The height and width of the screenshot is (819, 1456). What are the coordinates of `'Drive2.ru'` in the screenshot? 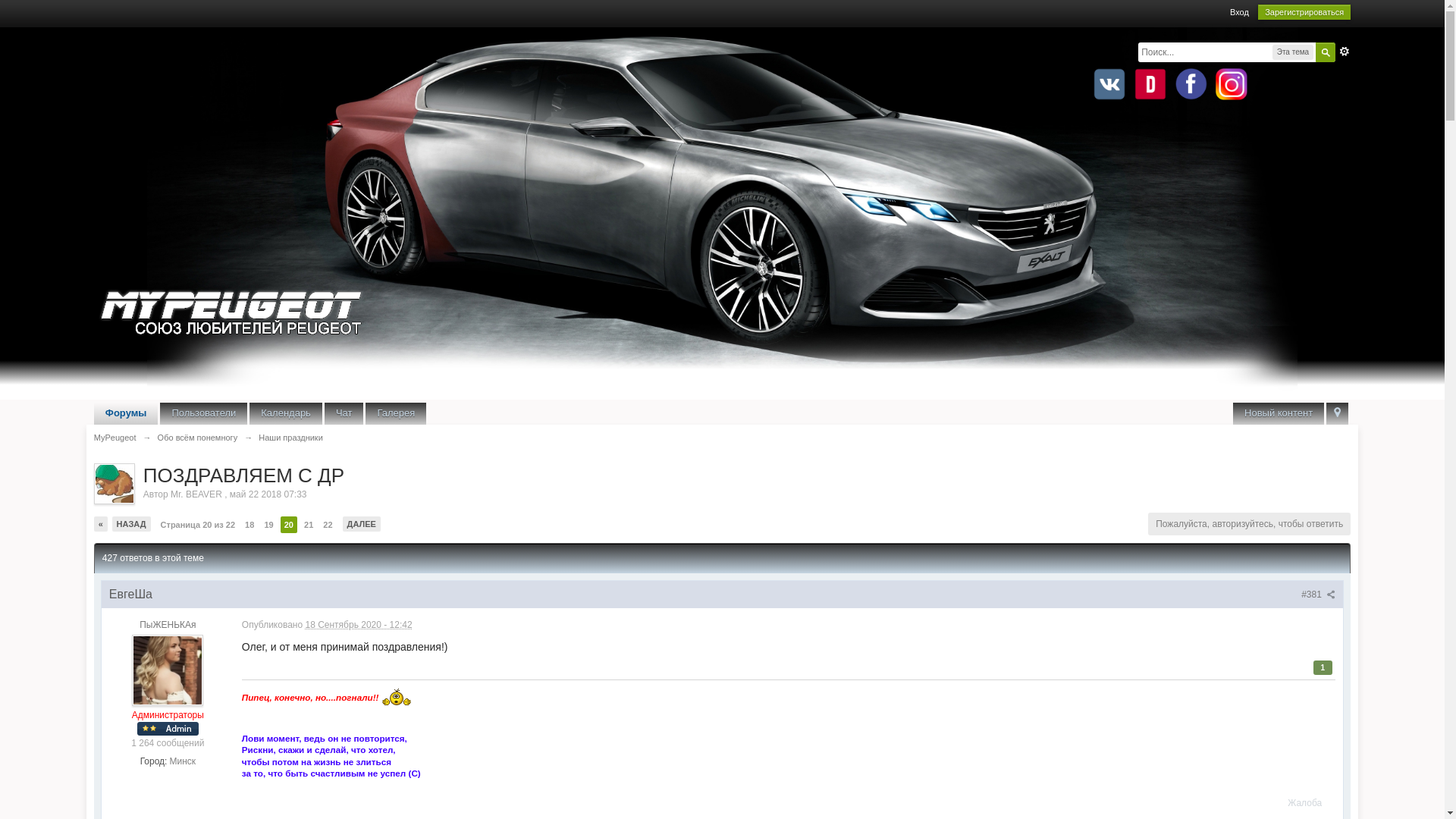 It's located at (1150, 84).